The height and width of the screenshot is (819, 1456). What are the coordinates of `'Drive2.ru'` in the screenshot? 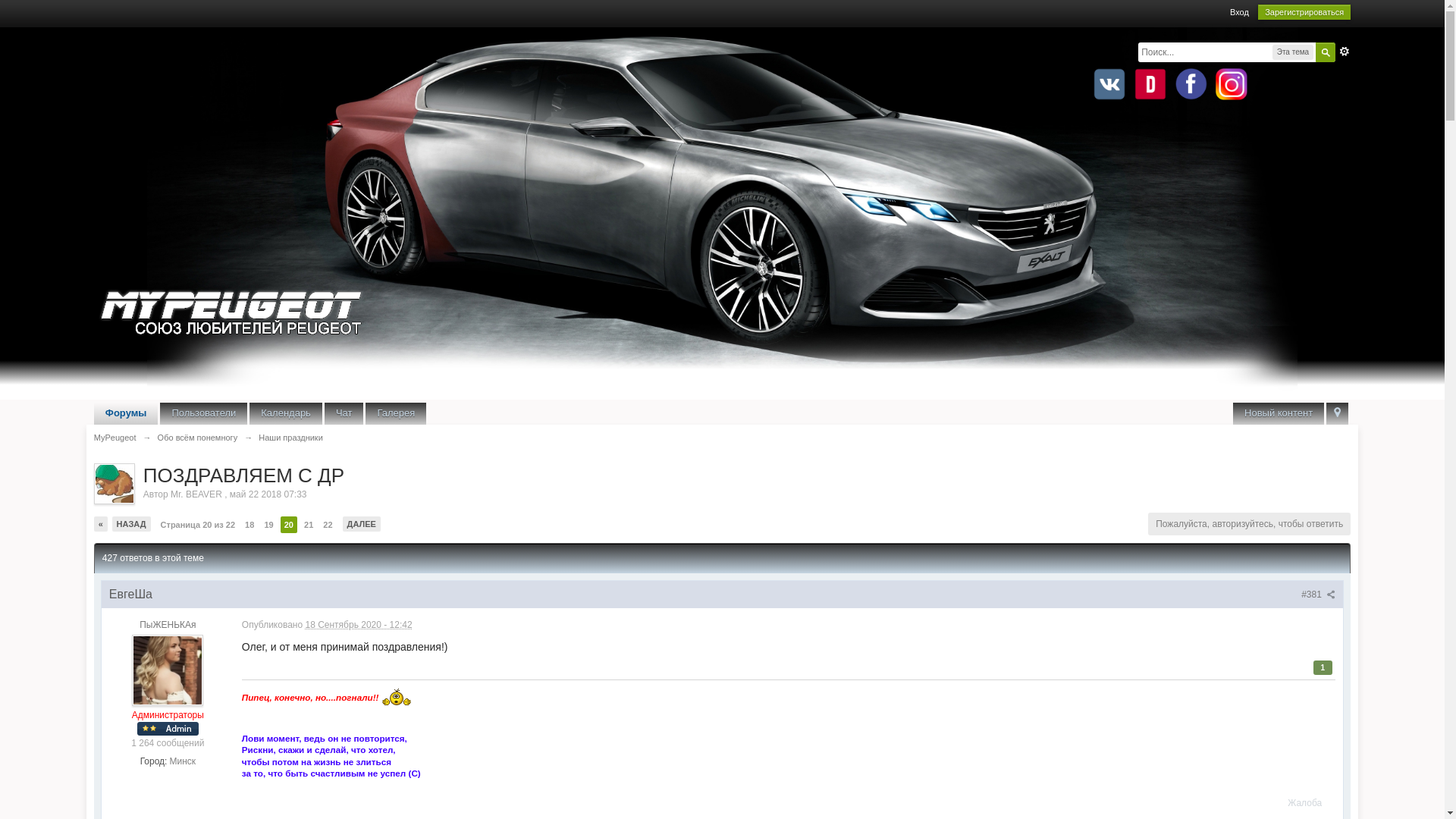 It's located at (1150, 84).